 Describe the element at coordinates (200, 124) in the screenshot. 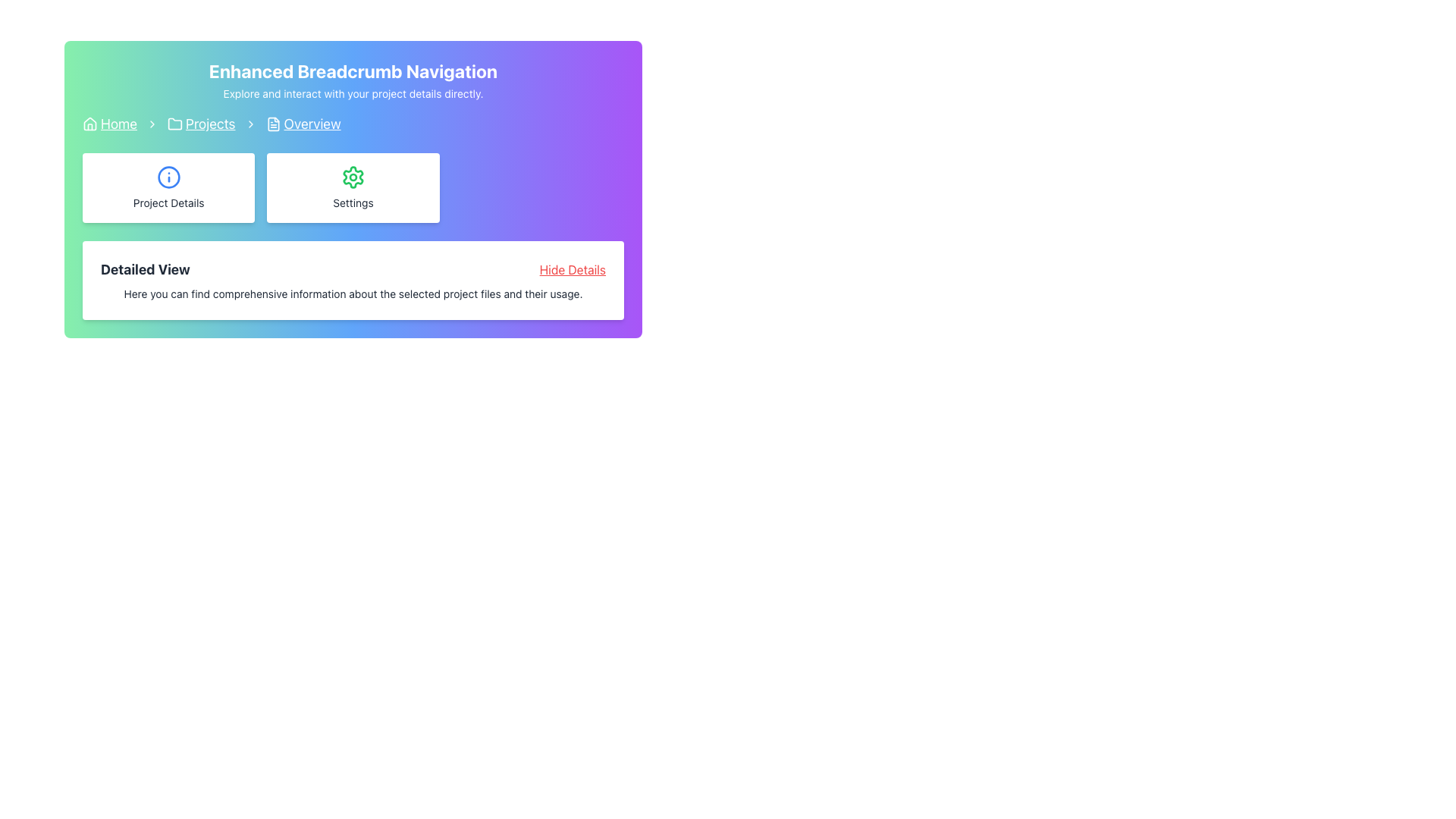

I see `the second breadcrumb link labeled 'Projects'` at that location.